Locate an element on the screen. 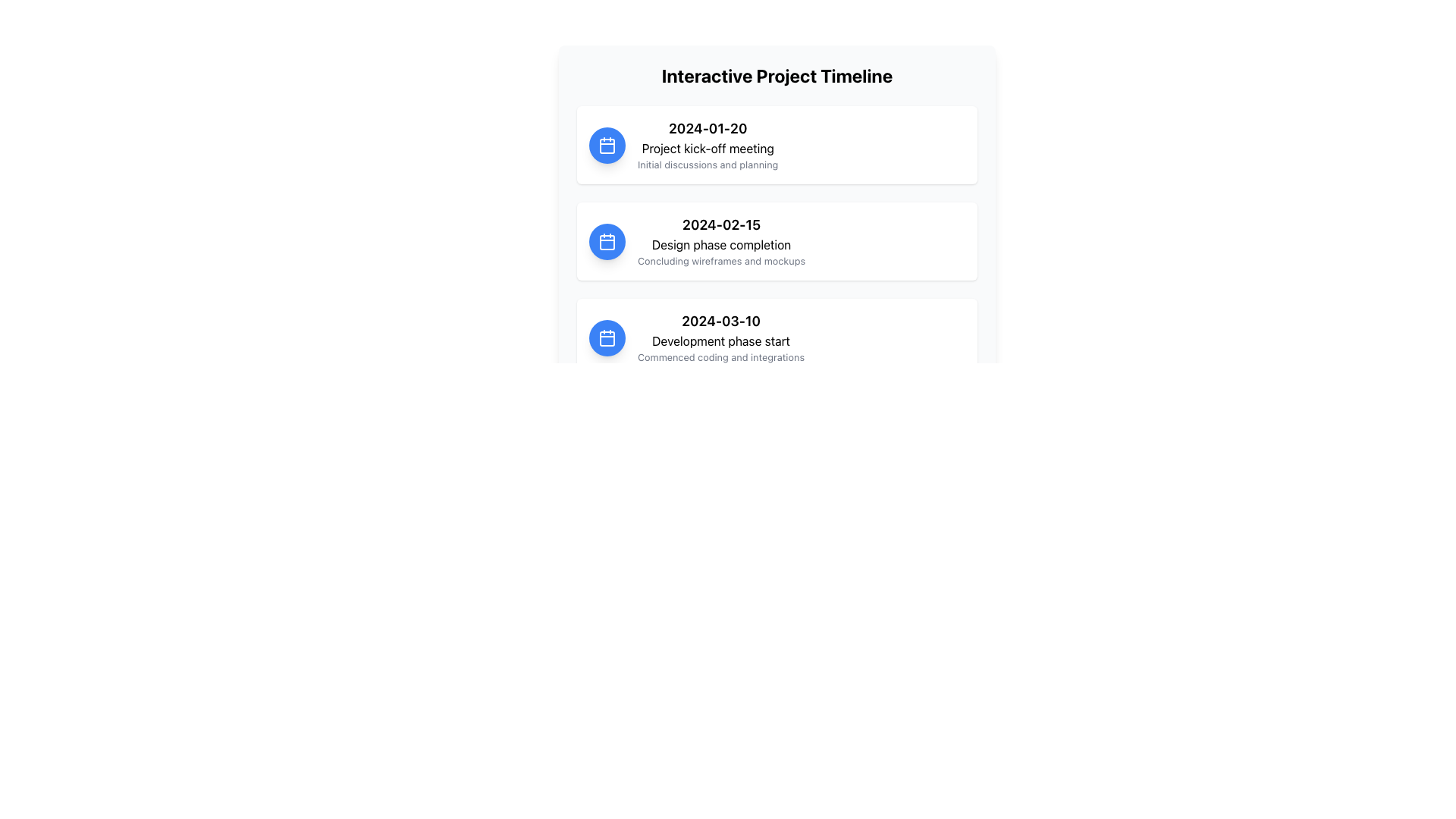 Image resolution: width=1456 pixels, height=819 pixels. the bold, black text displaying the date '2024-01-20' located in the first card under the 'Interactive Project Timeline' header is located at coordinates (707, 127).